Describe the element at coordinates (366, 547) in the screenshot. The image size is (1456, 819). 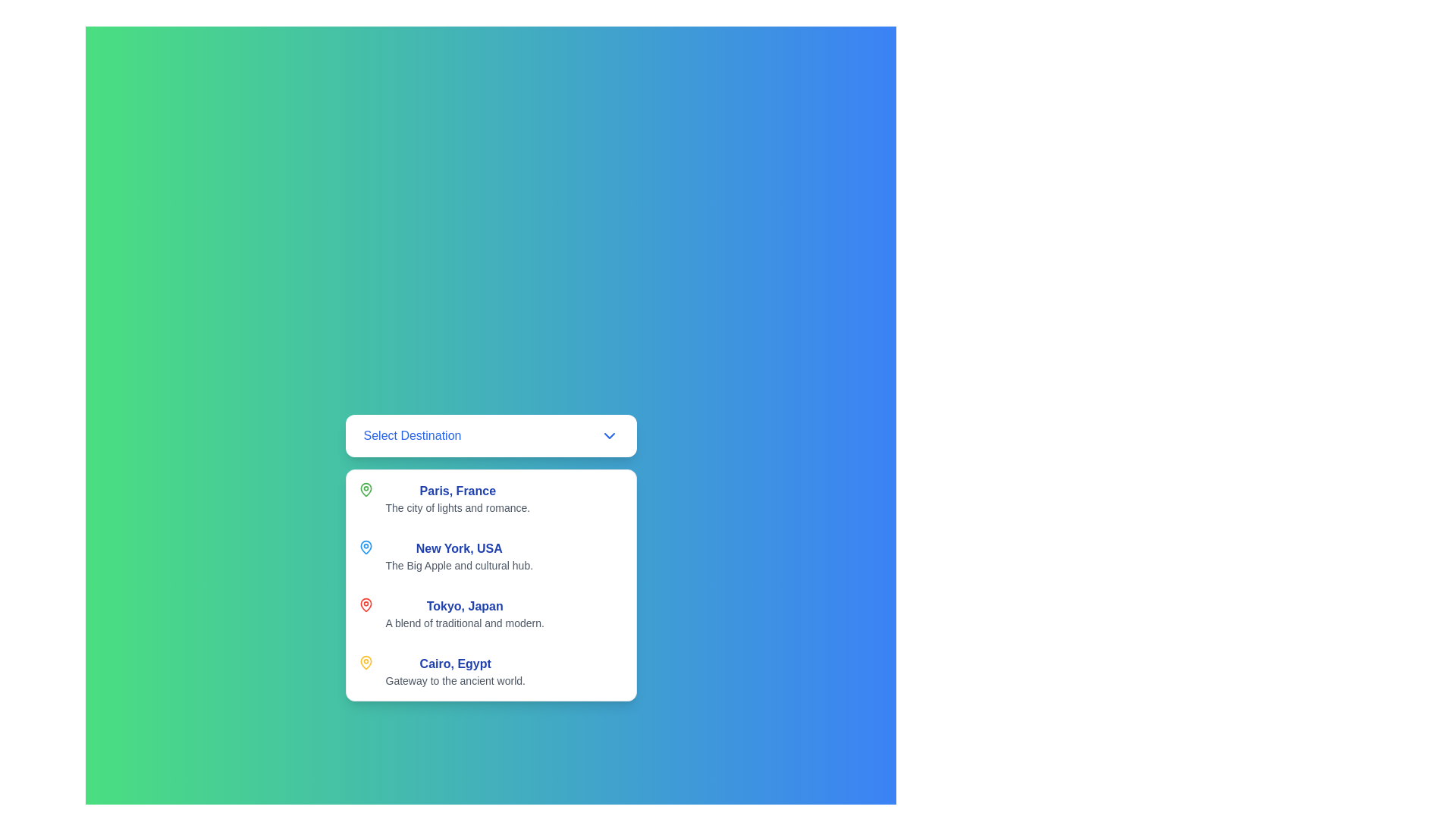
I see `the blue location pin icon` at that location.